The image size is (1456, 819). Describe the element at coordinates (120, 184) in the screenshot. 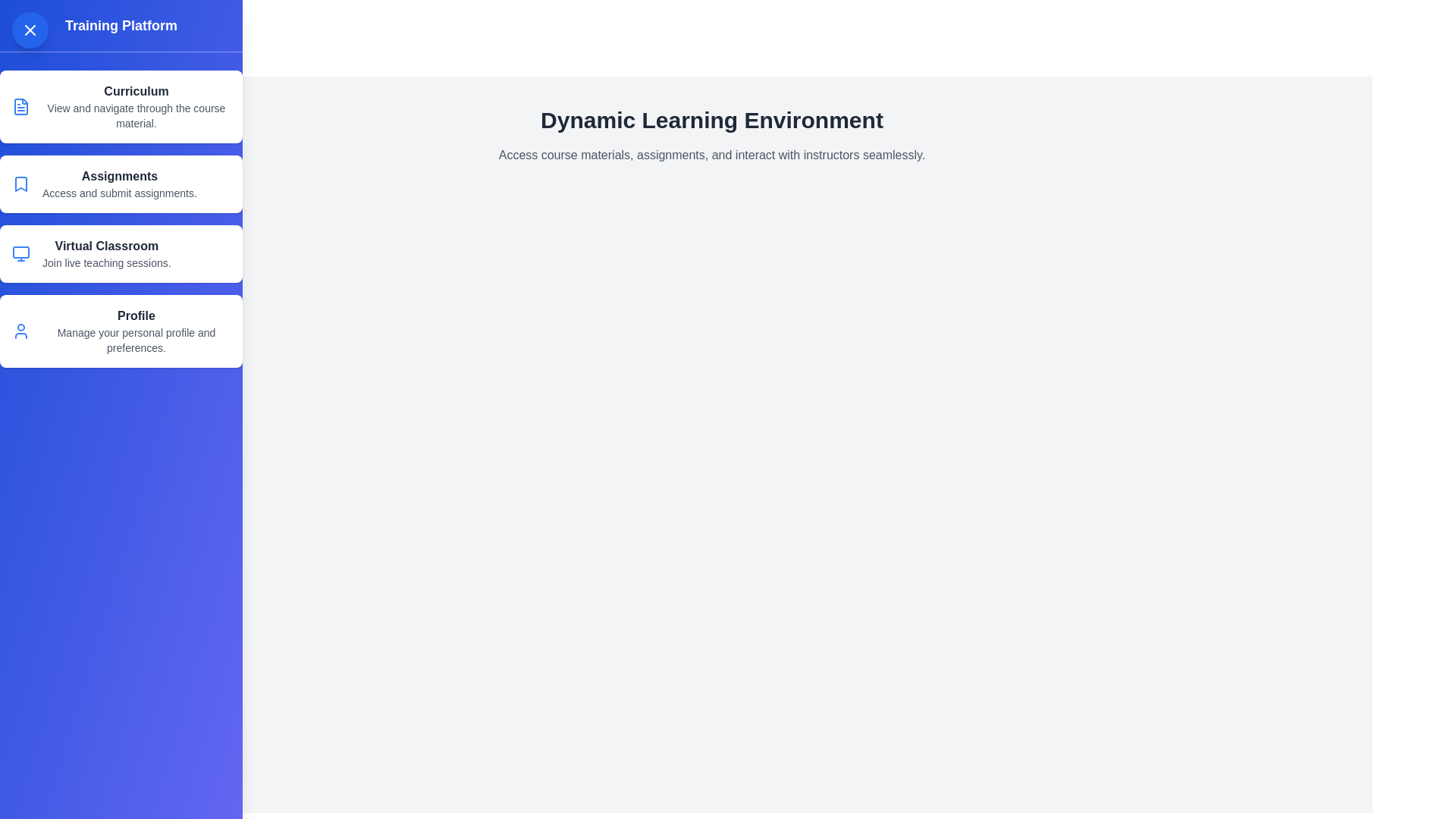

I see `the menu item Assignments from the drawer` at that location.